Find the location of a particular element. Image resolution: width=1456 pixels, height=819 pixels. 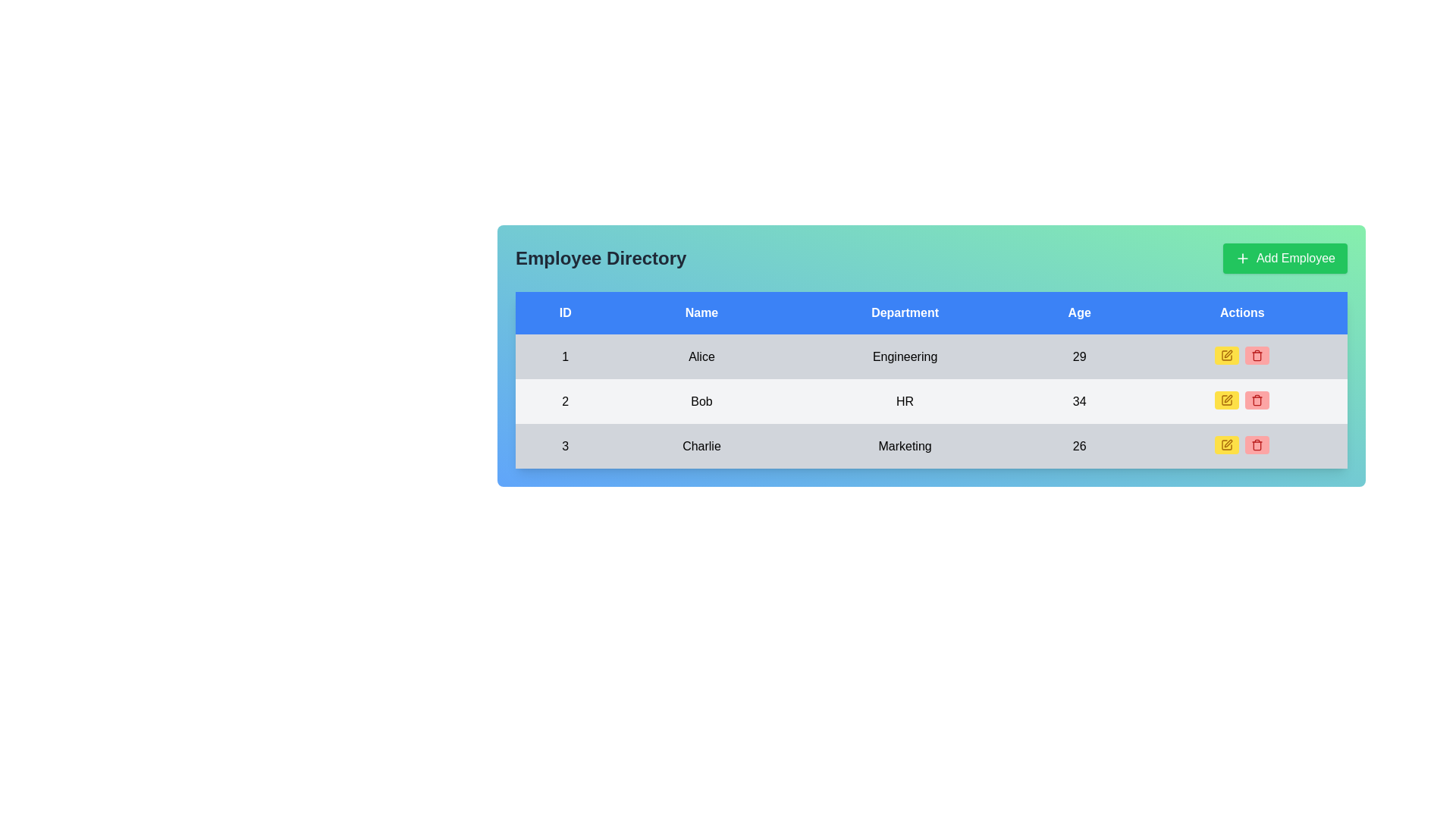

the text label displaying the name 'Alice' in the second column of the first row of the employee table is located at coordinates (701, 356).